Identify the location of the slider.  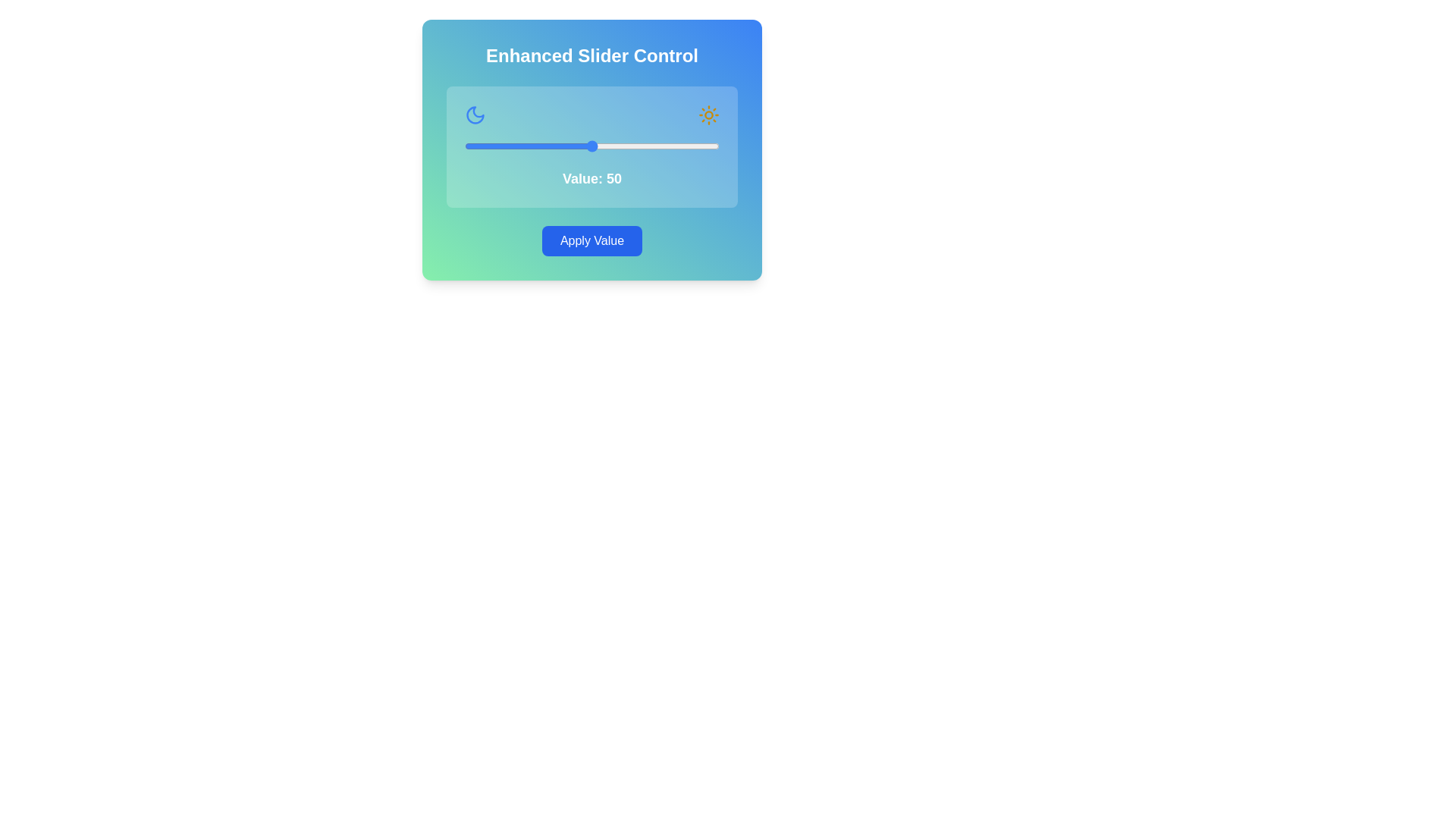
(640, 146).